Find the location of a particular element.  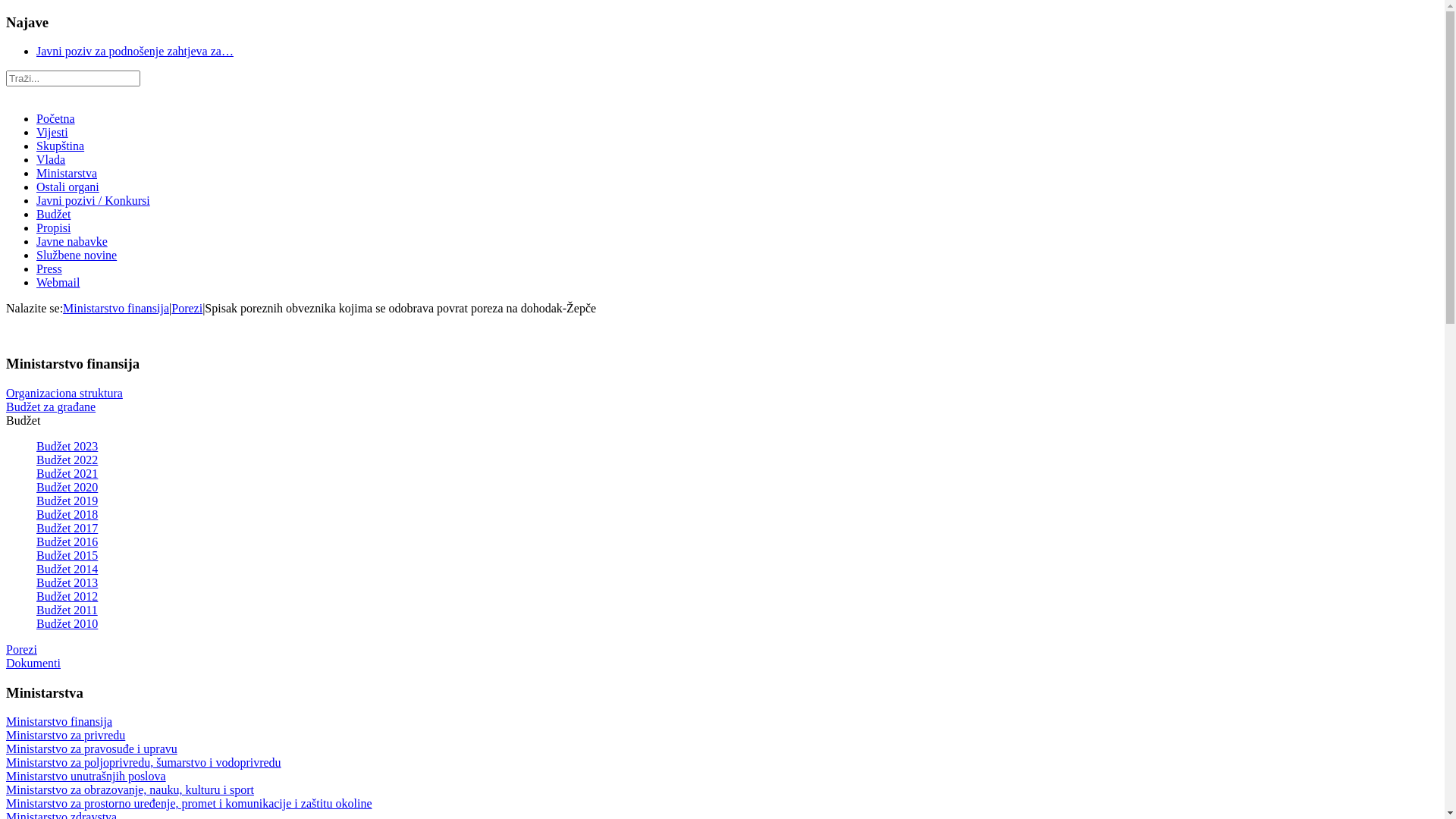

'Porezi' is located at coordinates (21, 648).